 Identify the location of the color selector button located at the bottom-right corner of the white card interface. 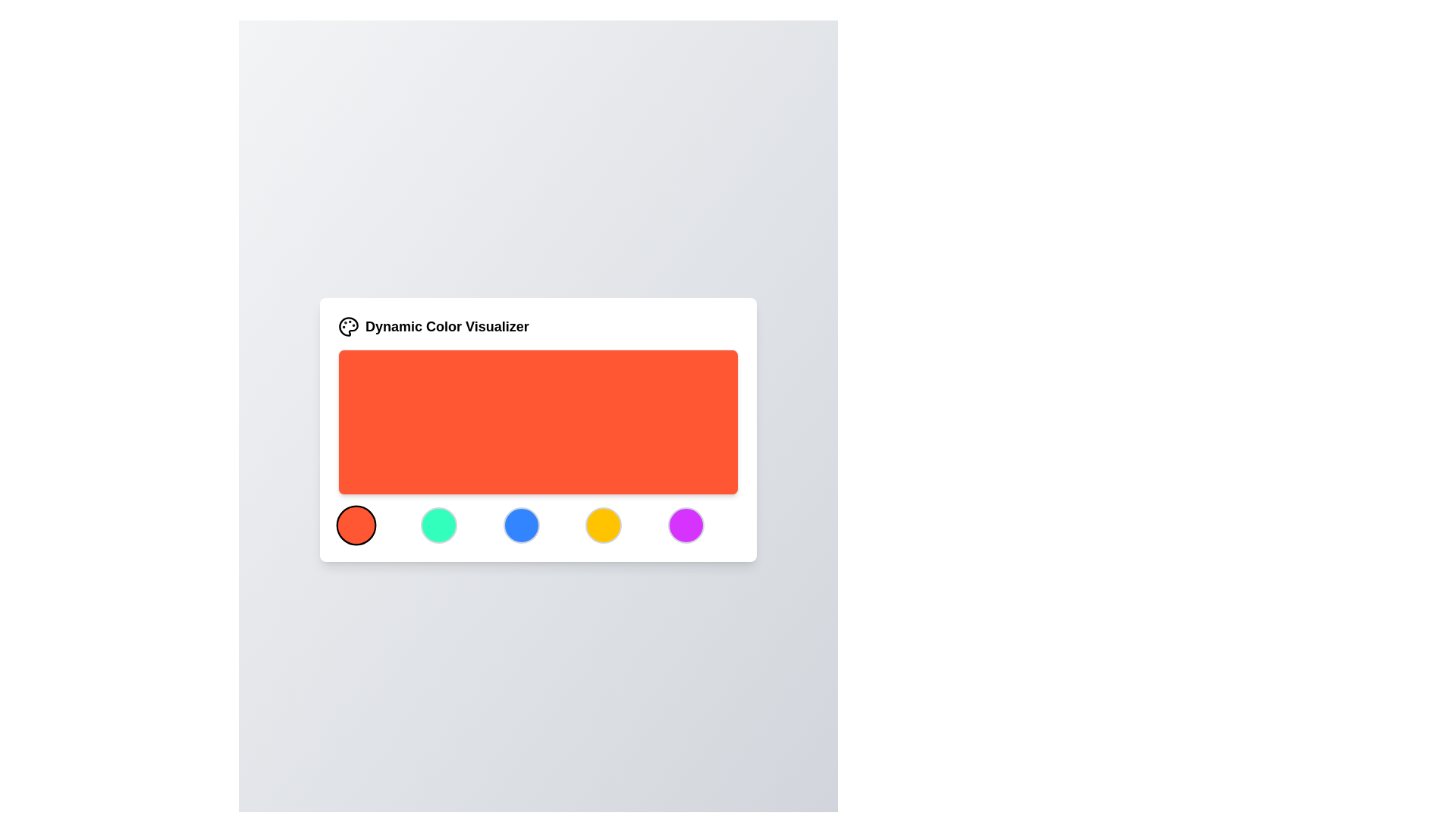
(686, 525).